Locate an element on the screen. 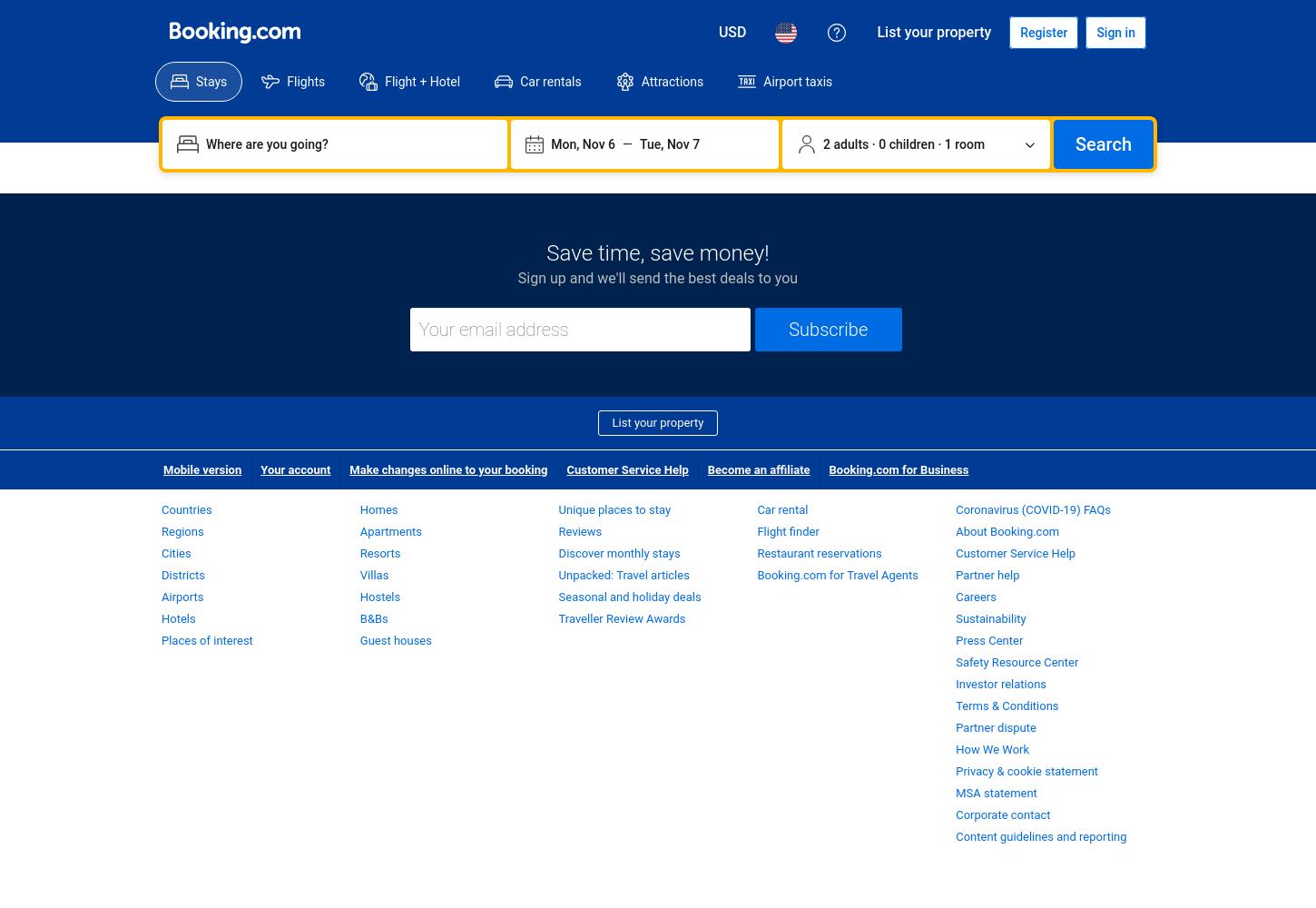  'Customer Service Help' is located at coordinates (1014, 552).